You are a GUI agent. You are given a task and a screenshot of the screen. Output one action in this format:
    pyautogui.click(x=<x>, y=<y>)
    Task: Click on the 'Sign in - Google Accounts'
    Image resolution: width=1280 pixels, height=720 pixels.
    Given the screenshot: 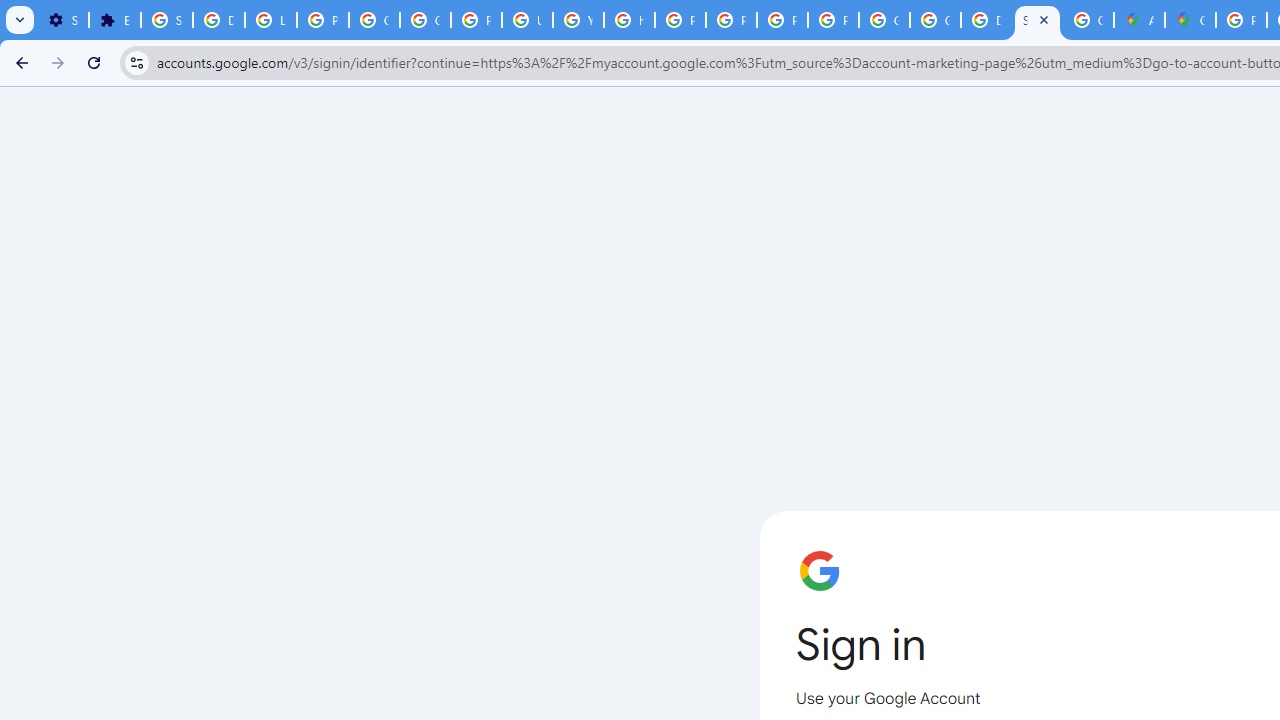 What is the action you would take?
    pyautogui.click(x=167, y=20)
    